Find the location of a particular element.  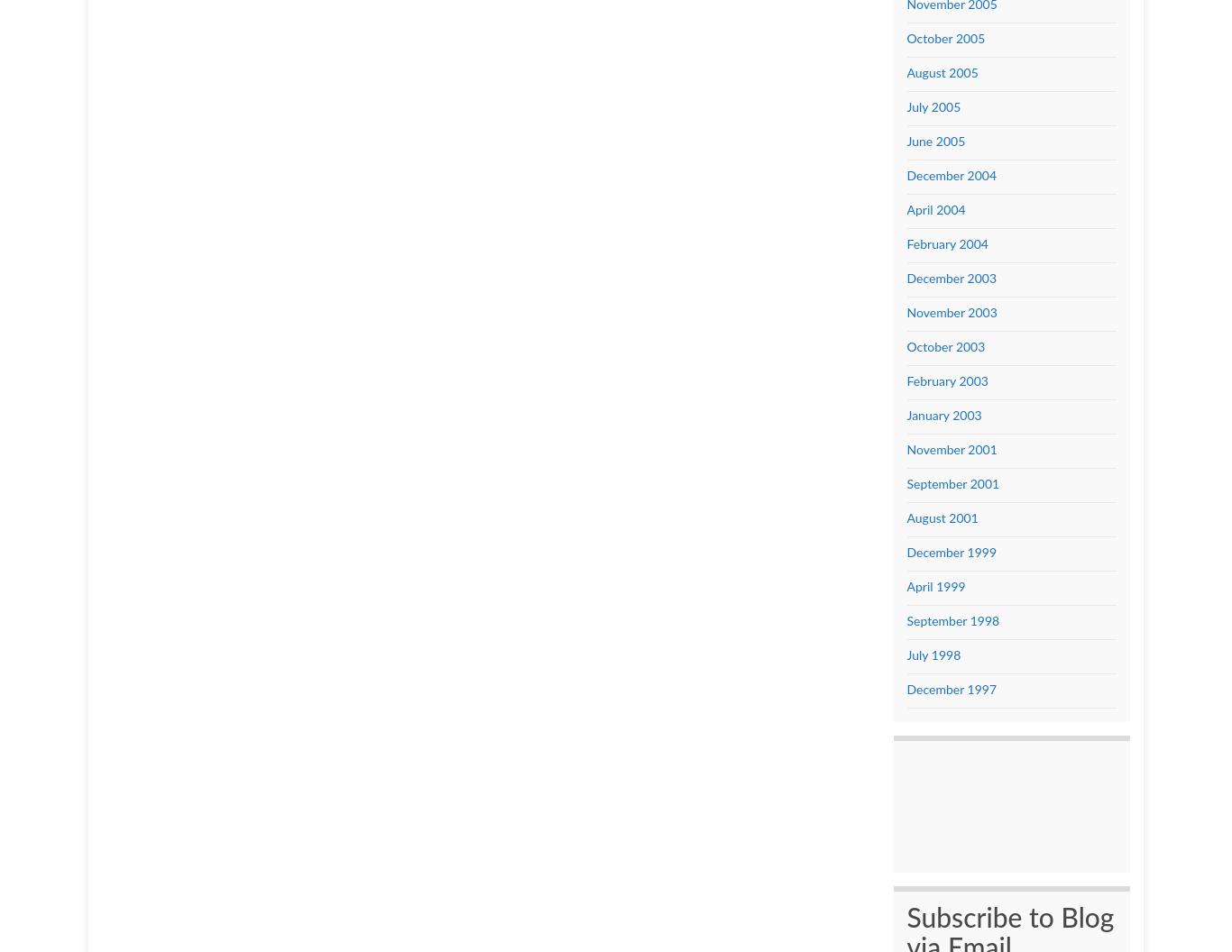

'November 2001' is located at coordinates (950, 448).